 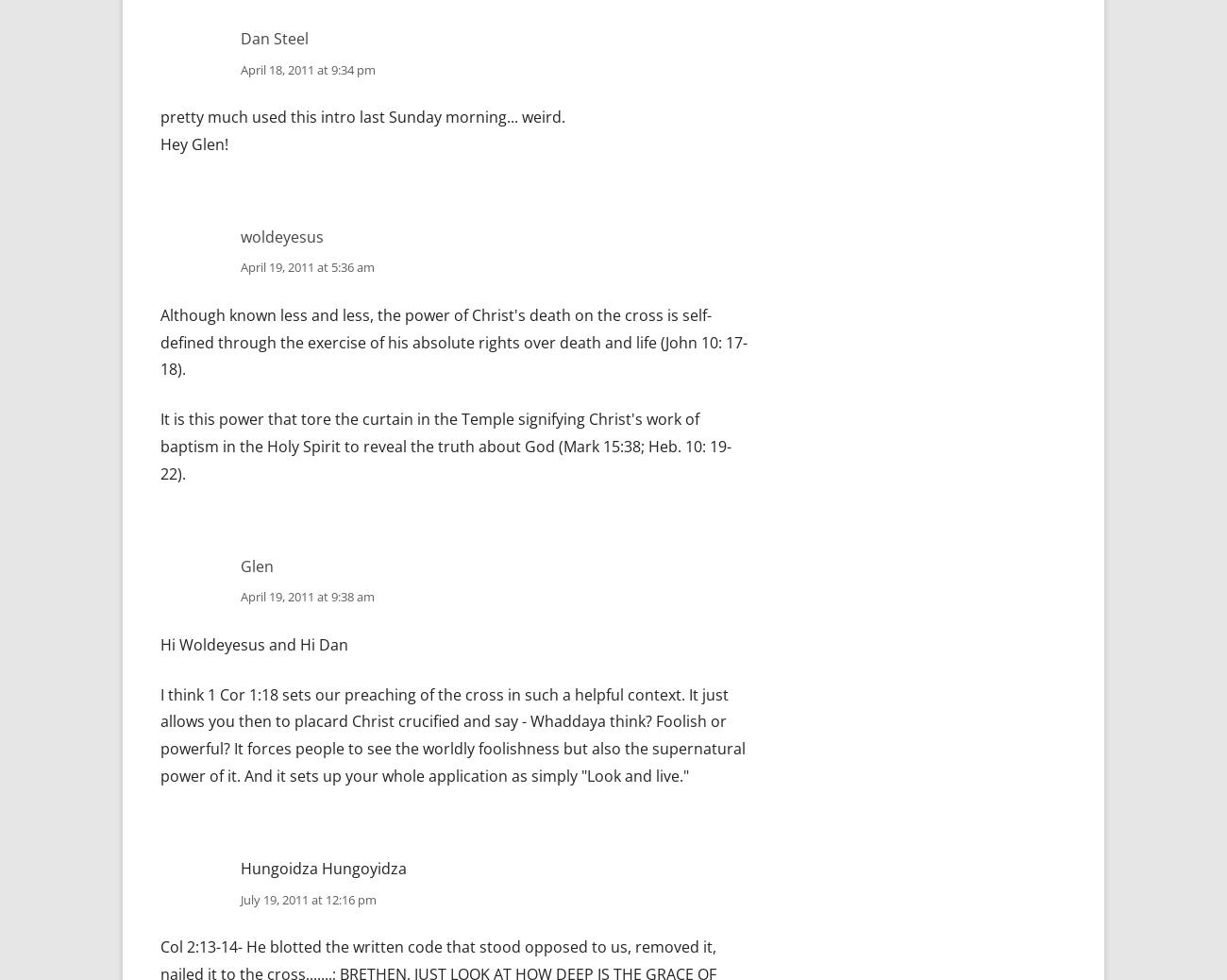 I want to click on 'April 18, 2011 at 9:34 pm', so click(x=240, y=67).